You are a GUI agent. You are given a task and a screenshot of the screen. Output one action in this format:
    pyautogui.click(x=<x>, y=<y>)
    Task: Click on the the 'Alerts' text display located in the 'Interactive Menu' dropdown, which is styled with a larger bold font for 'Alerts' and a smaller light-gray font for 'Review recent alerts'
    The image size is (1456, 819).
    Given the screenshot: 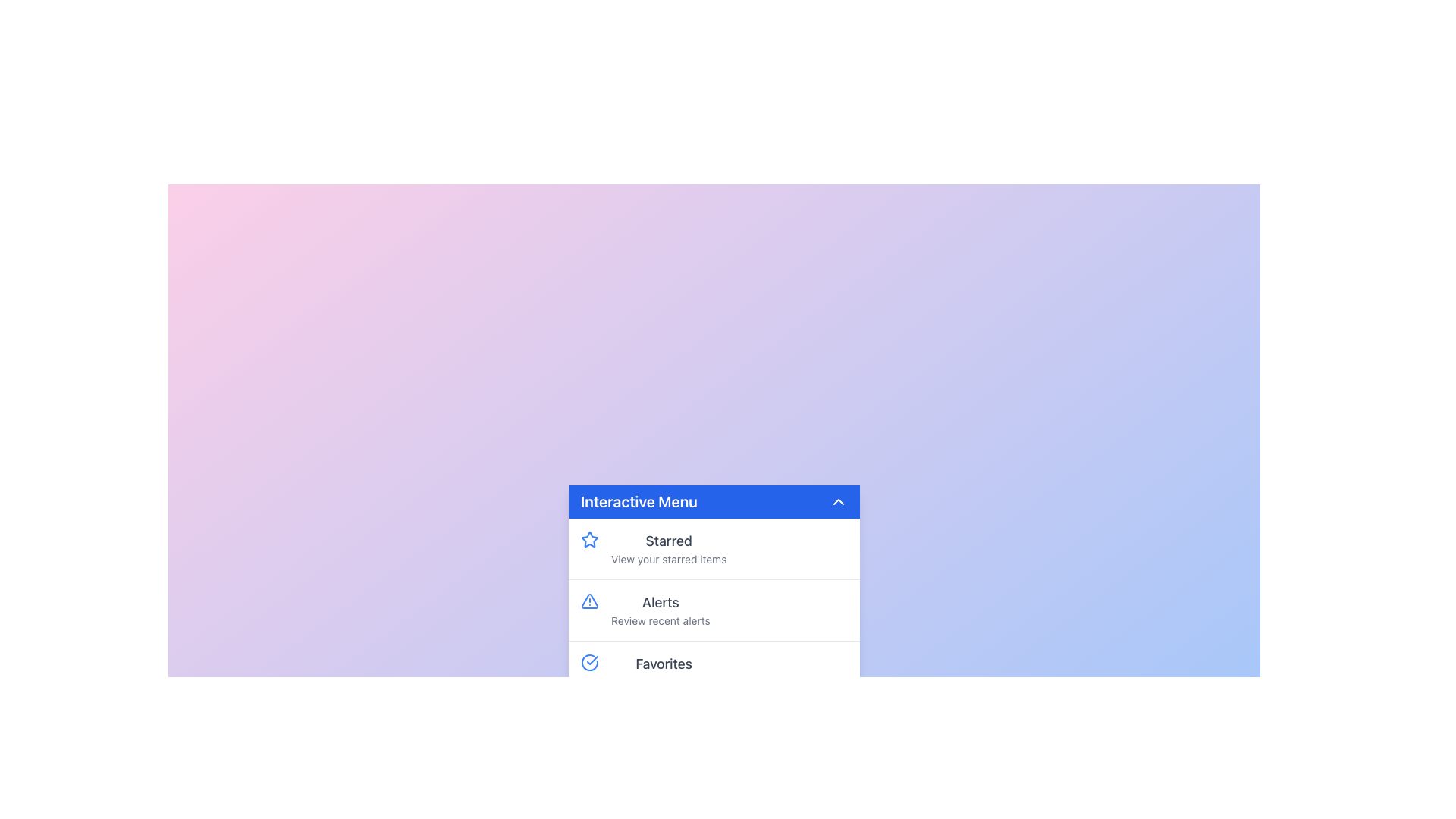 What is the action you would take?
    pyautogui.click(x=661, y=610)
    